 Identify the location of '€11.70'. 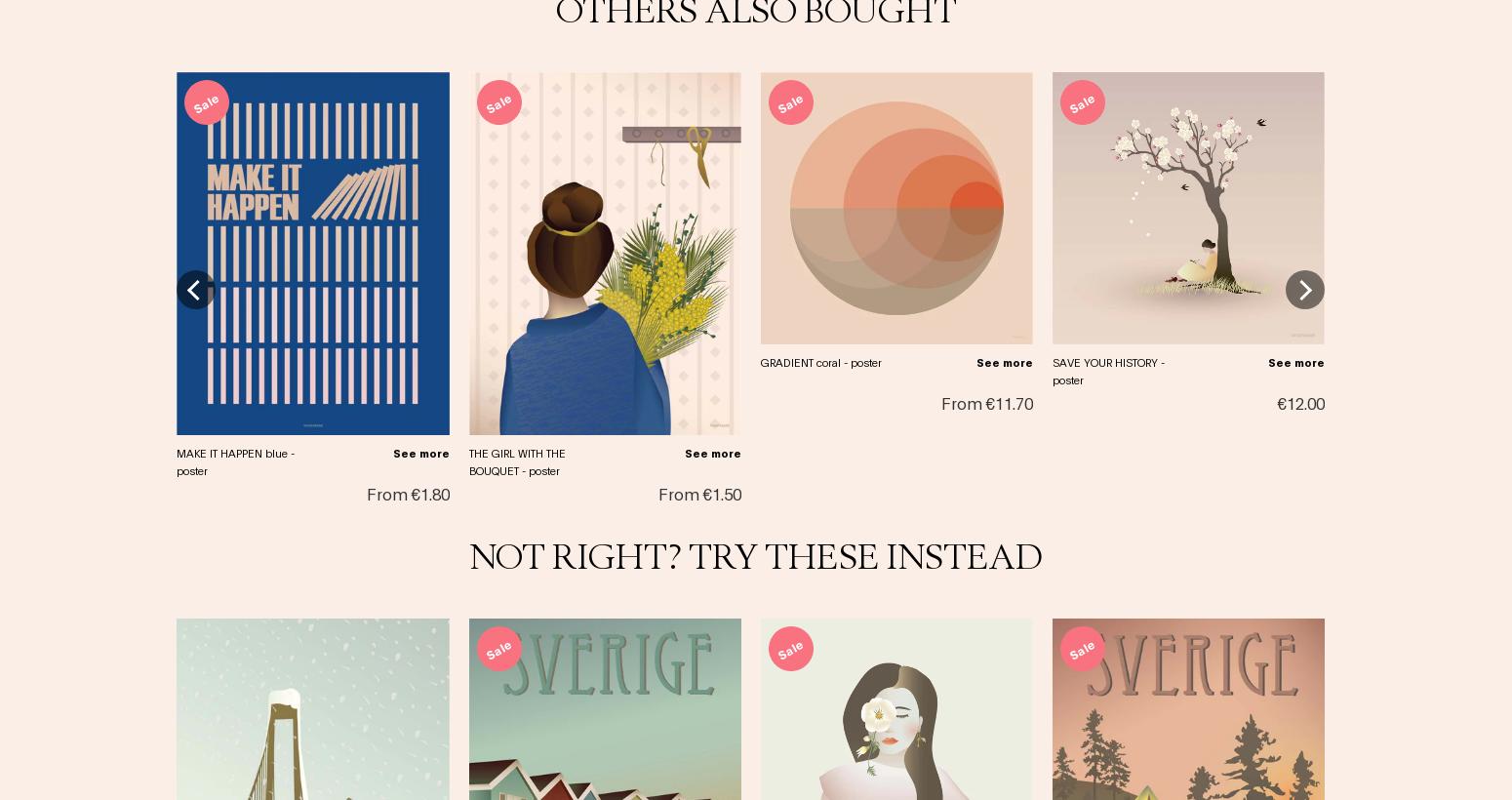
(1009, 400).